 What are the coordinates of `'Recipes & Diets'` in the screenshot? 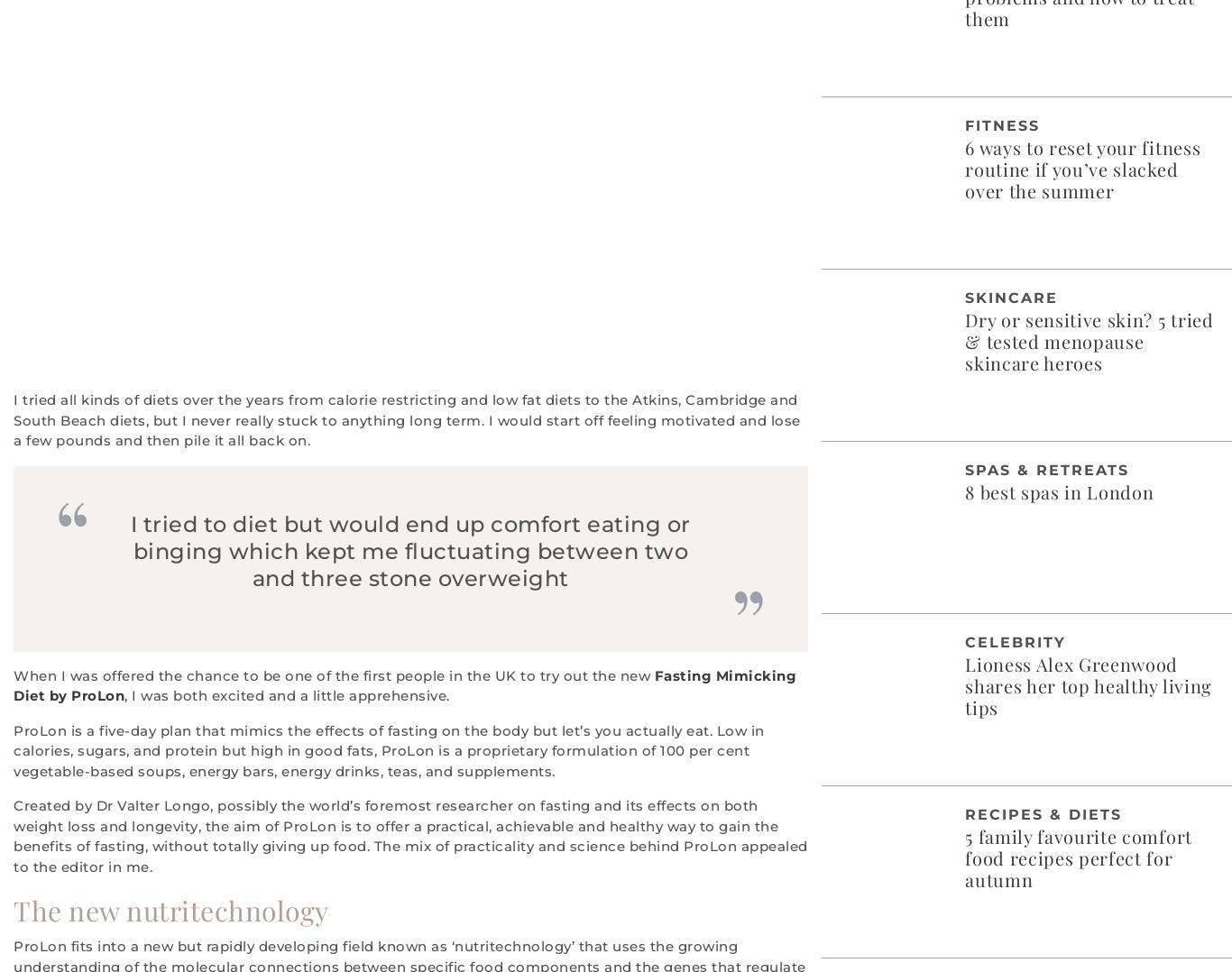 It's located at (1044, 813).